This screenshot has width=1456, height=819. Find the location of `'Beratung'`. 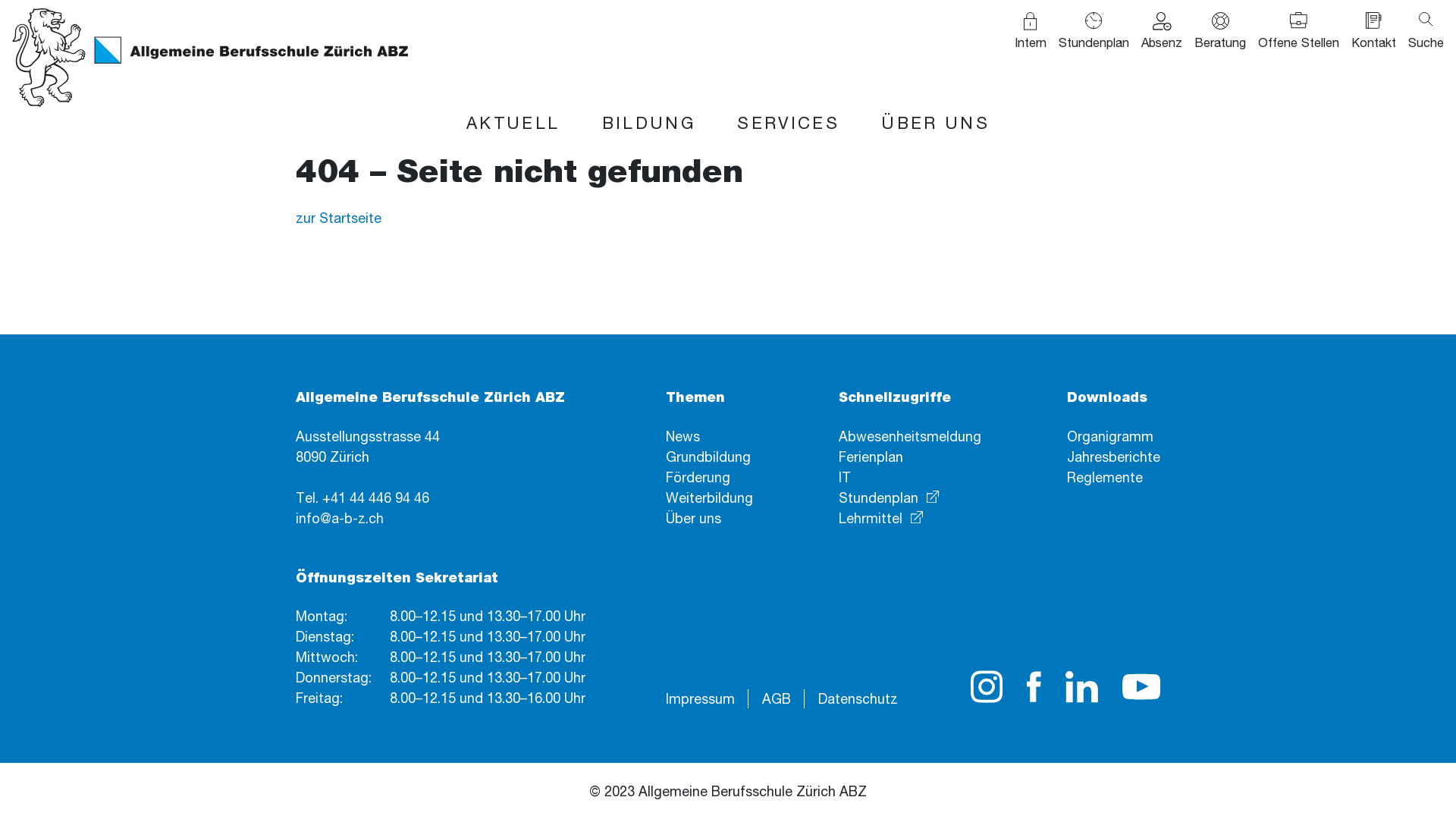

'Beratung' is located at coordinates (1219, 32).